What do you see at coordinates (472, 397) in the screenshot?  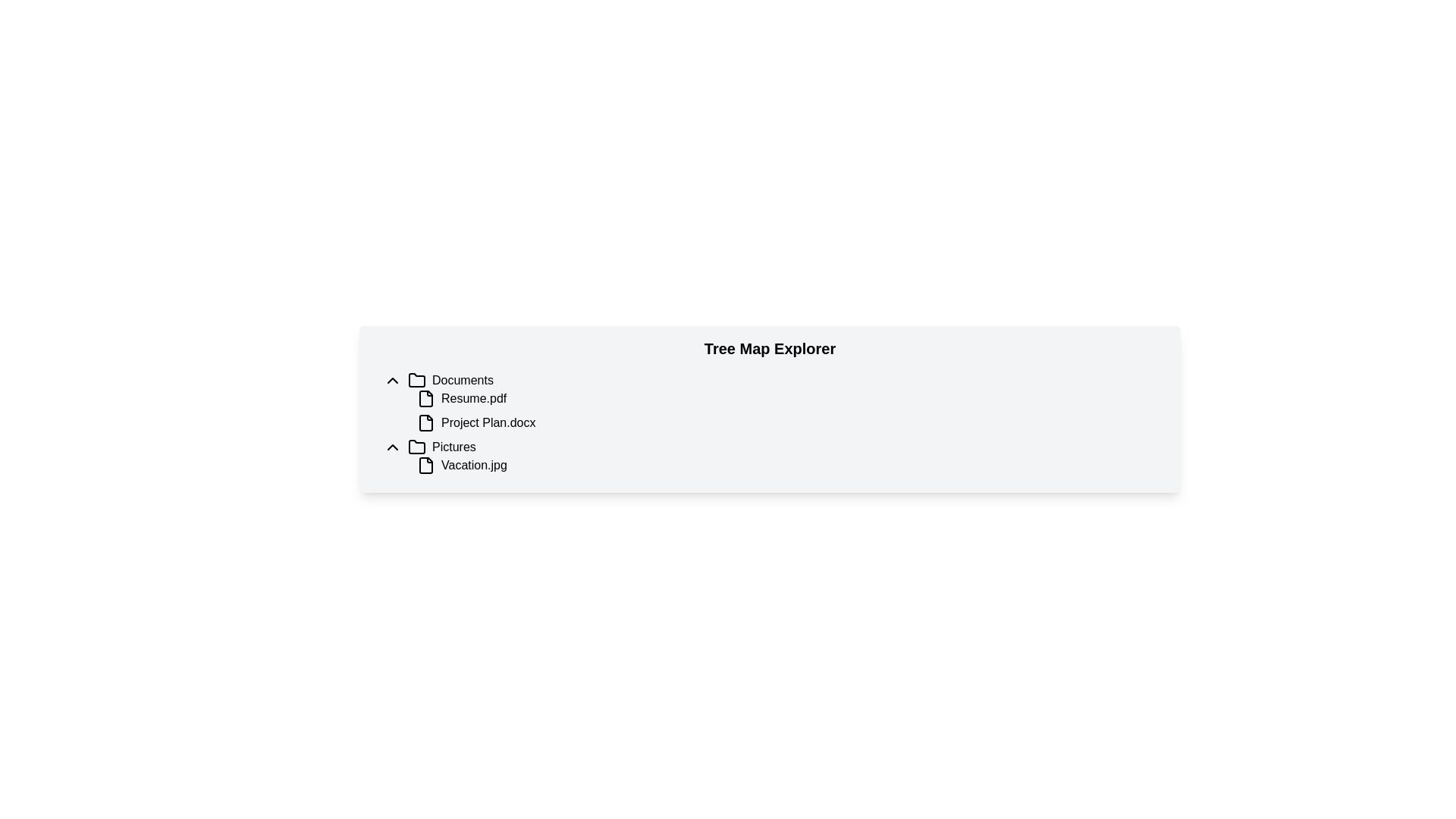 I see `on the text label displaying 'Resume.pdf'` at bounding box center [472, 397].